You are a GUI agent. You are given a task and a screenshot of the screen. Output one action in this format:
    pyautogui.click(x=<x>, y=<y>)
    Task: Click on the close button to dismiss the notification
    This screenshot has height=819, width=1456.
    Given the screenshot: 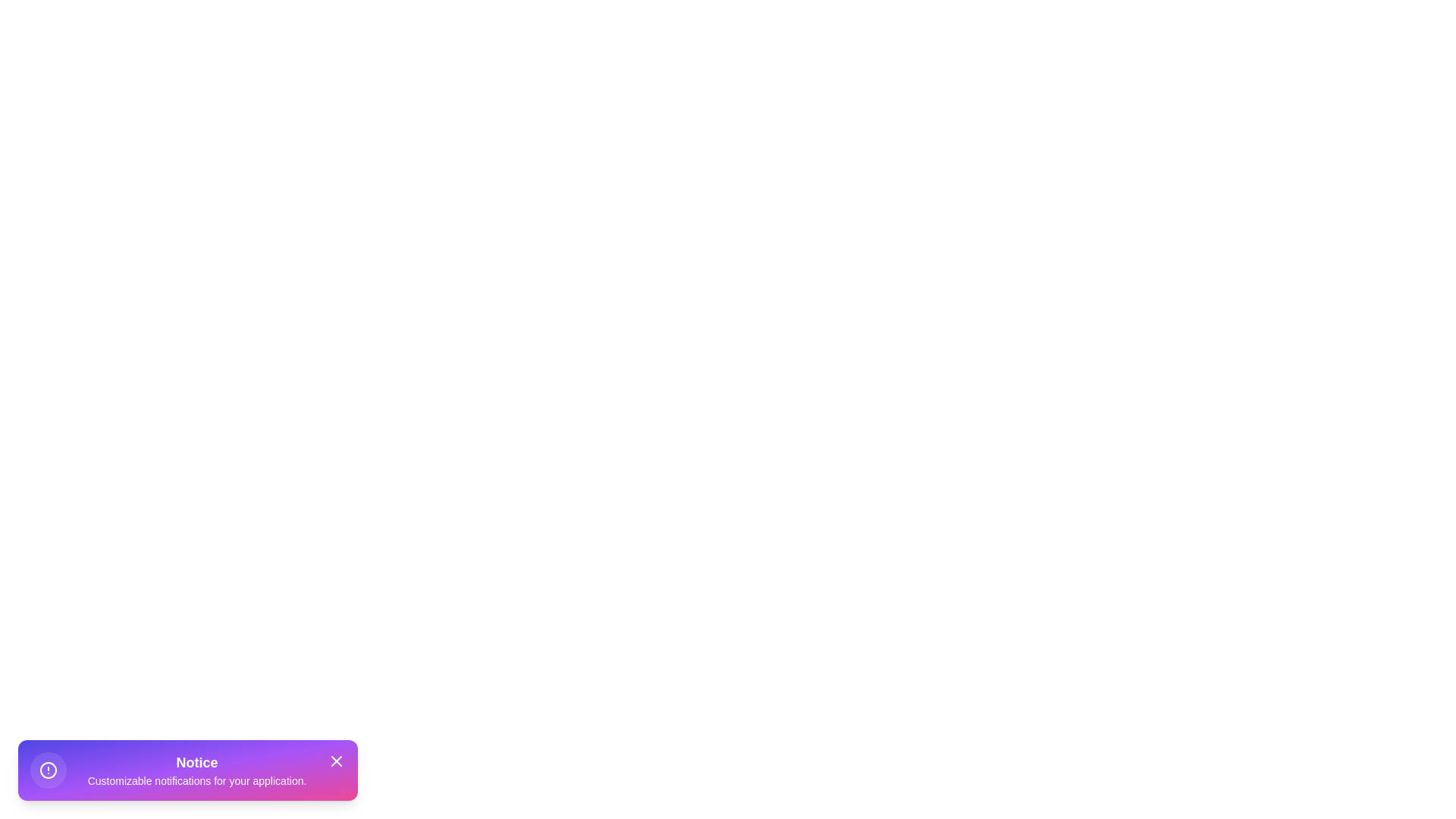 What is the action you would take?
    pyautogui.click(x=336, y=761)
    